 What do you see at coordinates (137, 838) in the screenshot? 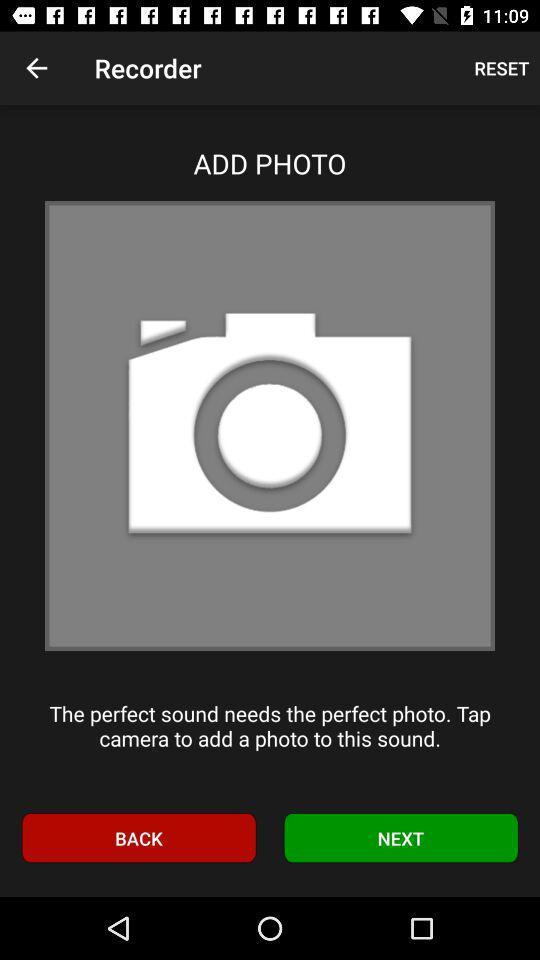
I see `the item next to next icon` at bounding box center [137, 838].